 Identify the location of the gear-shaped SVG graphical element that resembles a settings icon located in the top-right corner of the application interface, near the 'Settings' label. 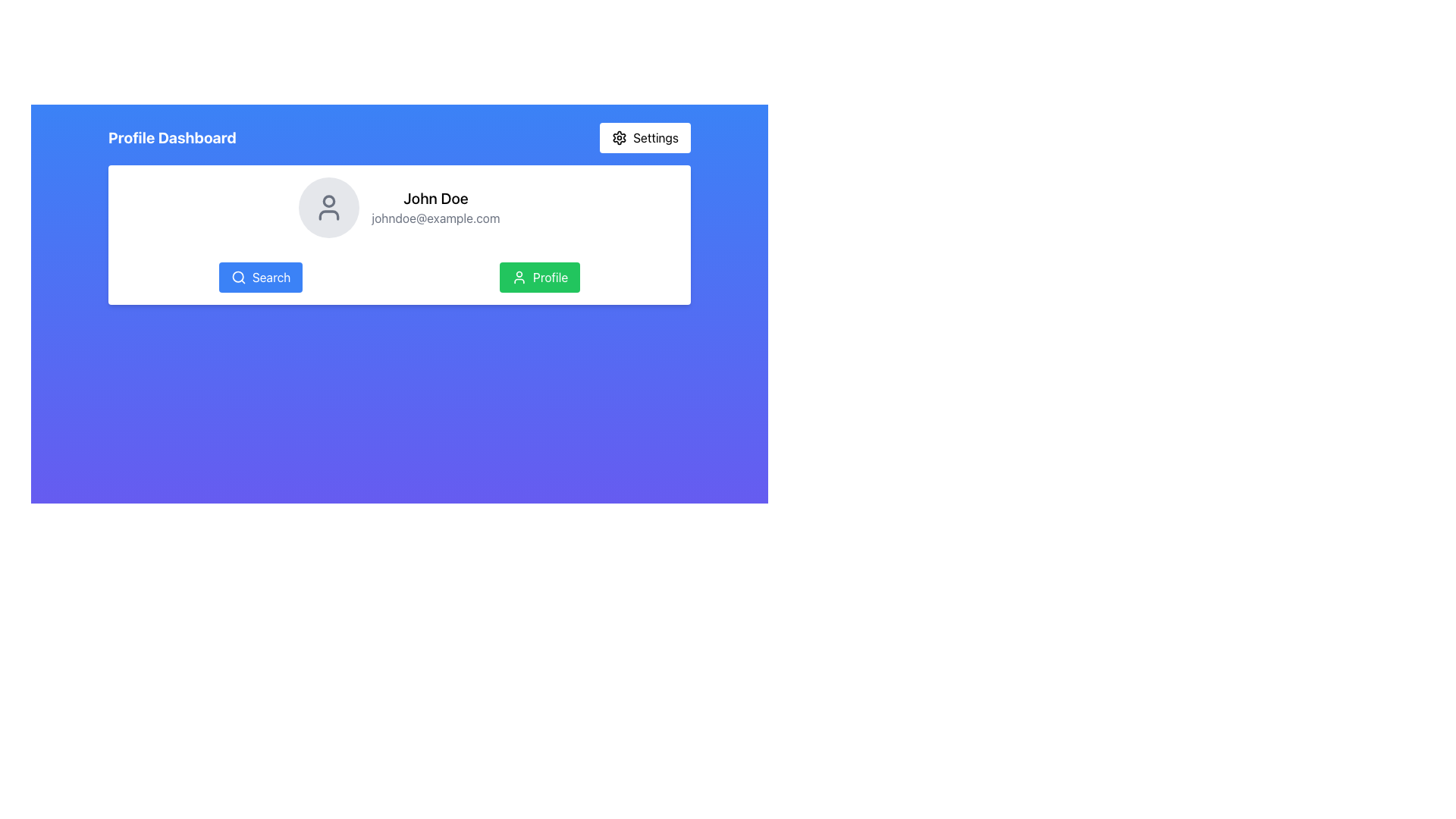
(620, 137).